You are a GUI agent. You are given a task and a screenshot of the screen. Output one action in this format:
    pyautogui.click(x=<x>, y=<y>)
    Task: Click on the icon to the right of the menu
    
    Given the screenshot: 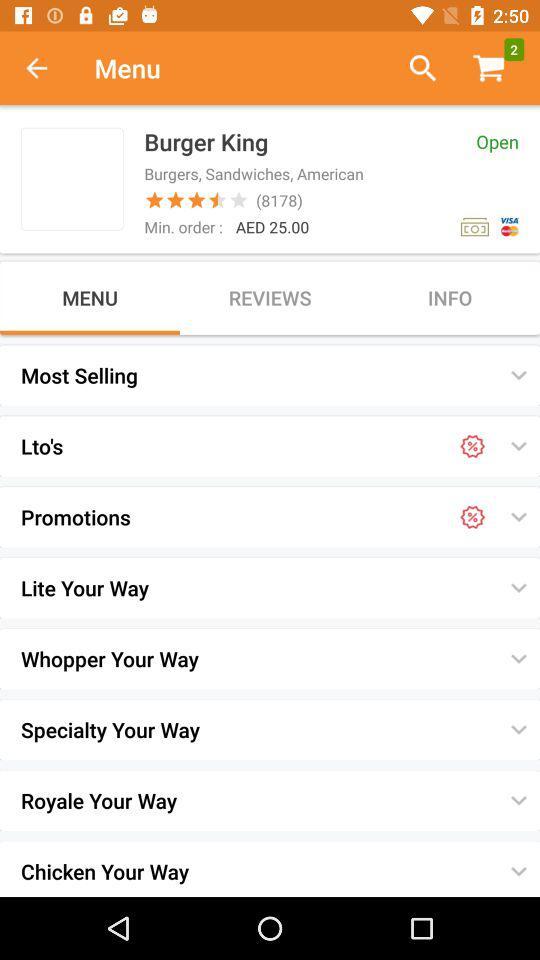 What is the action you would take?
    pyautogui.click(x=414, y=68)
    